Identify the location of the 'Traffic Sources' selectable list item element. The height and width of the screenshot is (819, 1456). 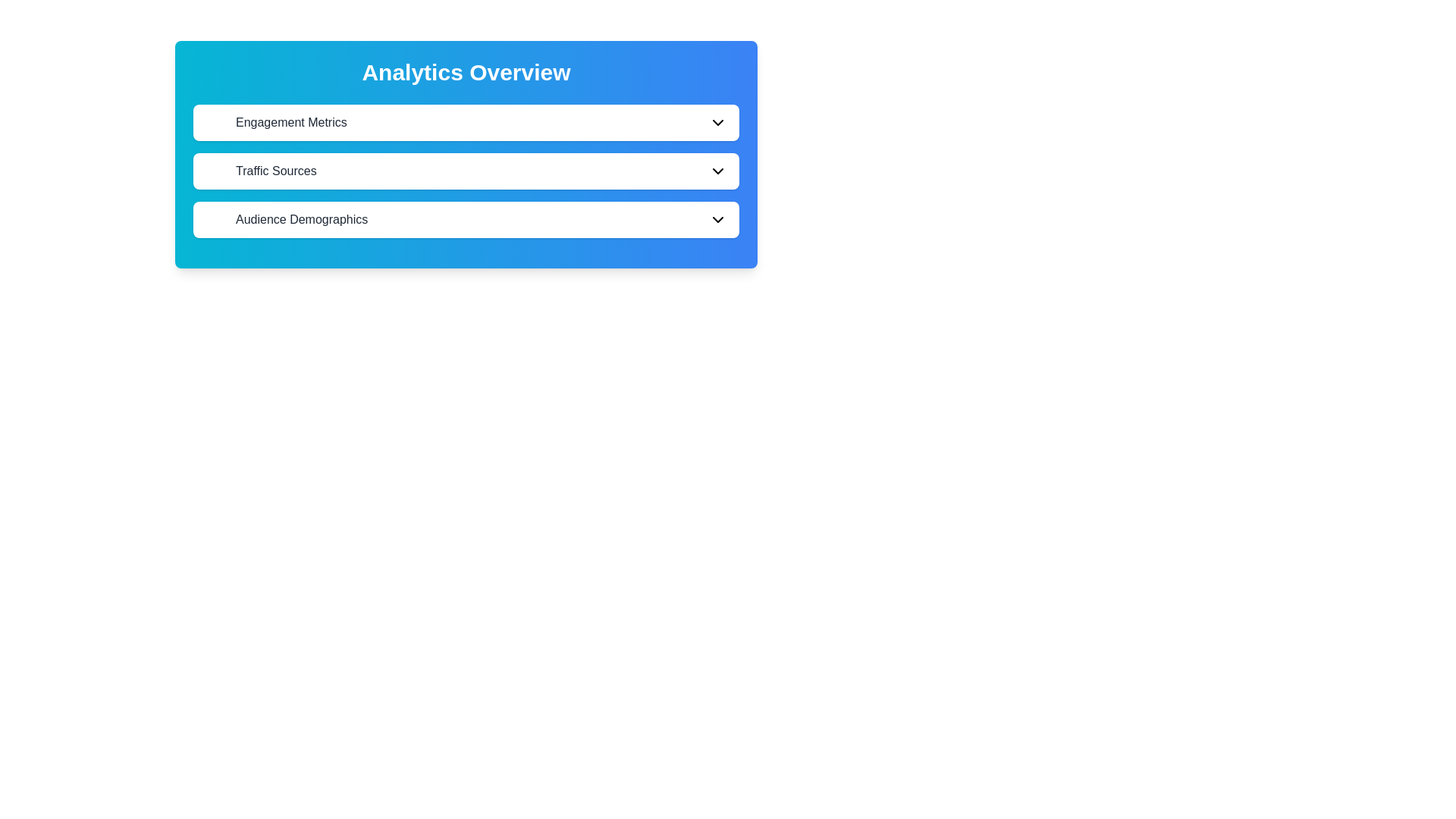
(465, 171).